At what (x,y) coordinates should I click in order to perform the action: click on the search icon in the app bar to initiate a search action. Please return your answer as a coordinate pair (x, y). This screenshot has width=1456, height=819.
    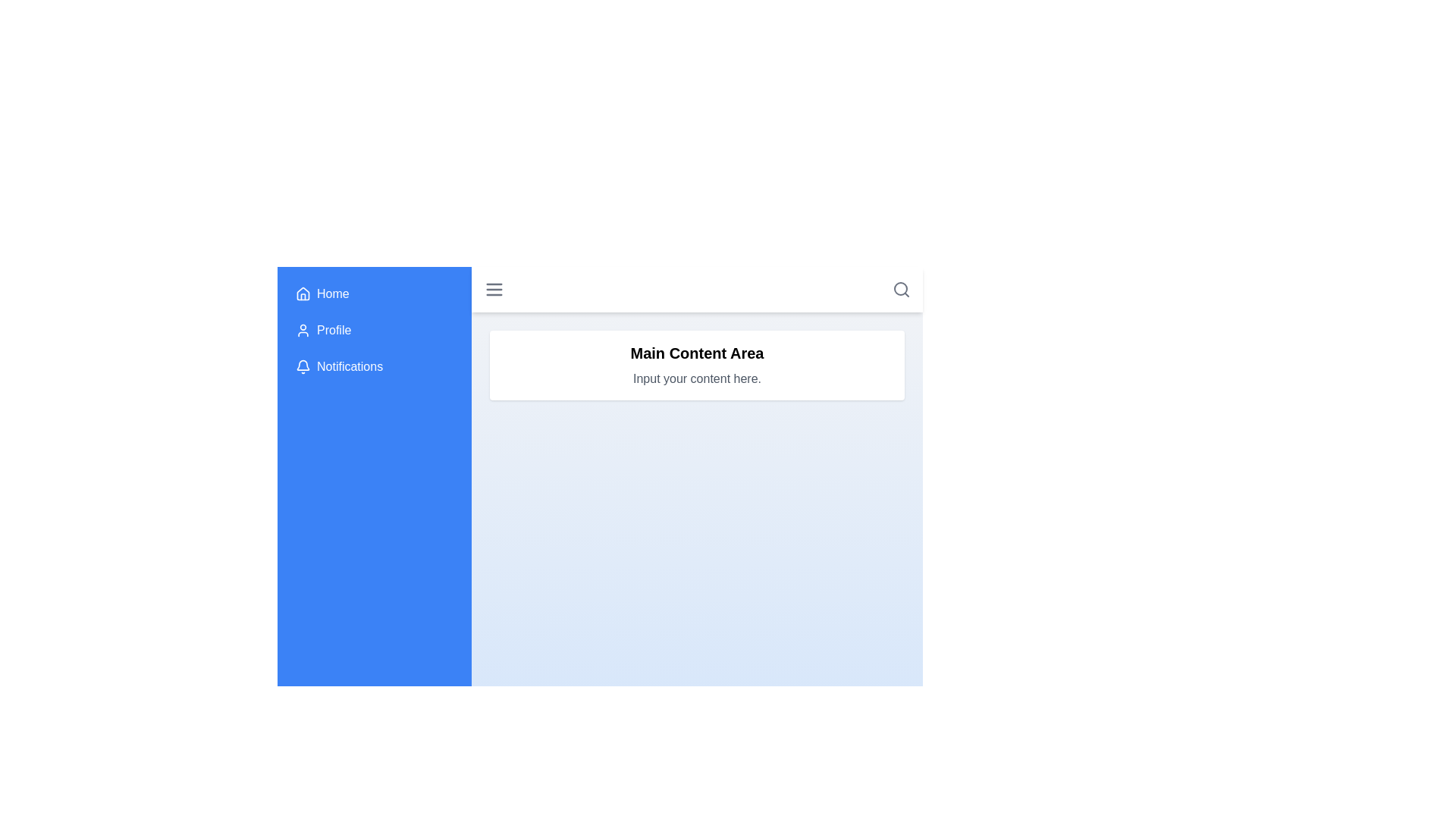
    Looking at the image, I should click on (902, 289).